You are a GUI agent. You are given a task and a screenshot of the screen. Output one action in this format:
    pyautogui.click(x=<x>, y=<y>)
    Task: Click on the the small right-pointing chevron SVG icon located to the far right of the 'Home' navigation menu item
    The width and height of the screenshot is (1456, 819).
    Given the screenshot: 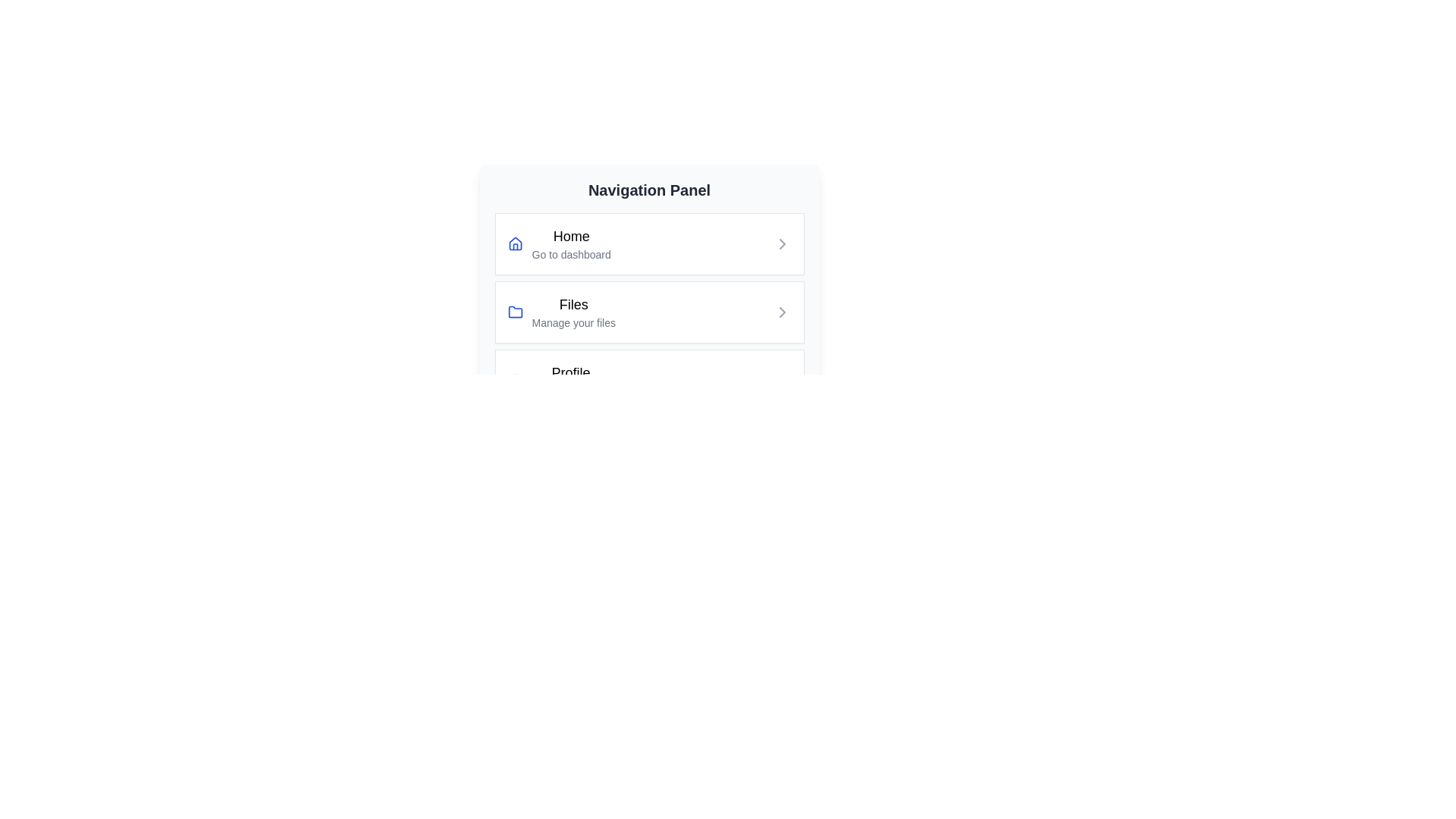 What is the action you would take?
    pyautogui.click(x=782, y=243)
    